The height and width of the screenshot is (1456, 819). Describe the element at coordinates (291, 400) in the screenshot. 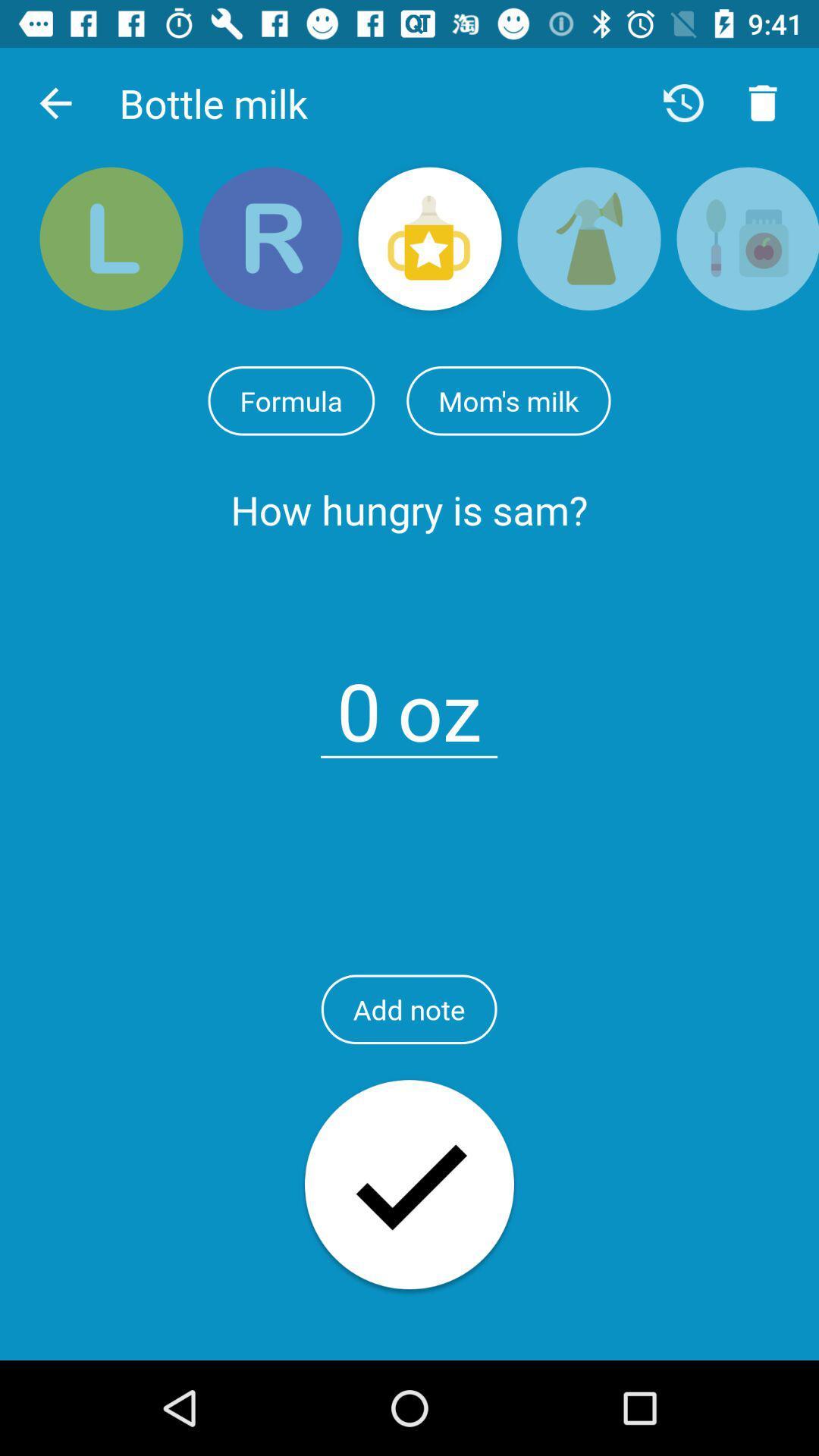

I see `item above the how hungry is` at that location.